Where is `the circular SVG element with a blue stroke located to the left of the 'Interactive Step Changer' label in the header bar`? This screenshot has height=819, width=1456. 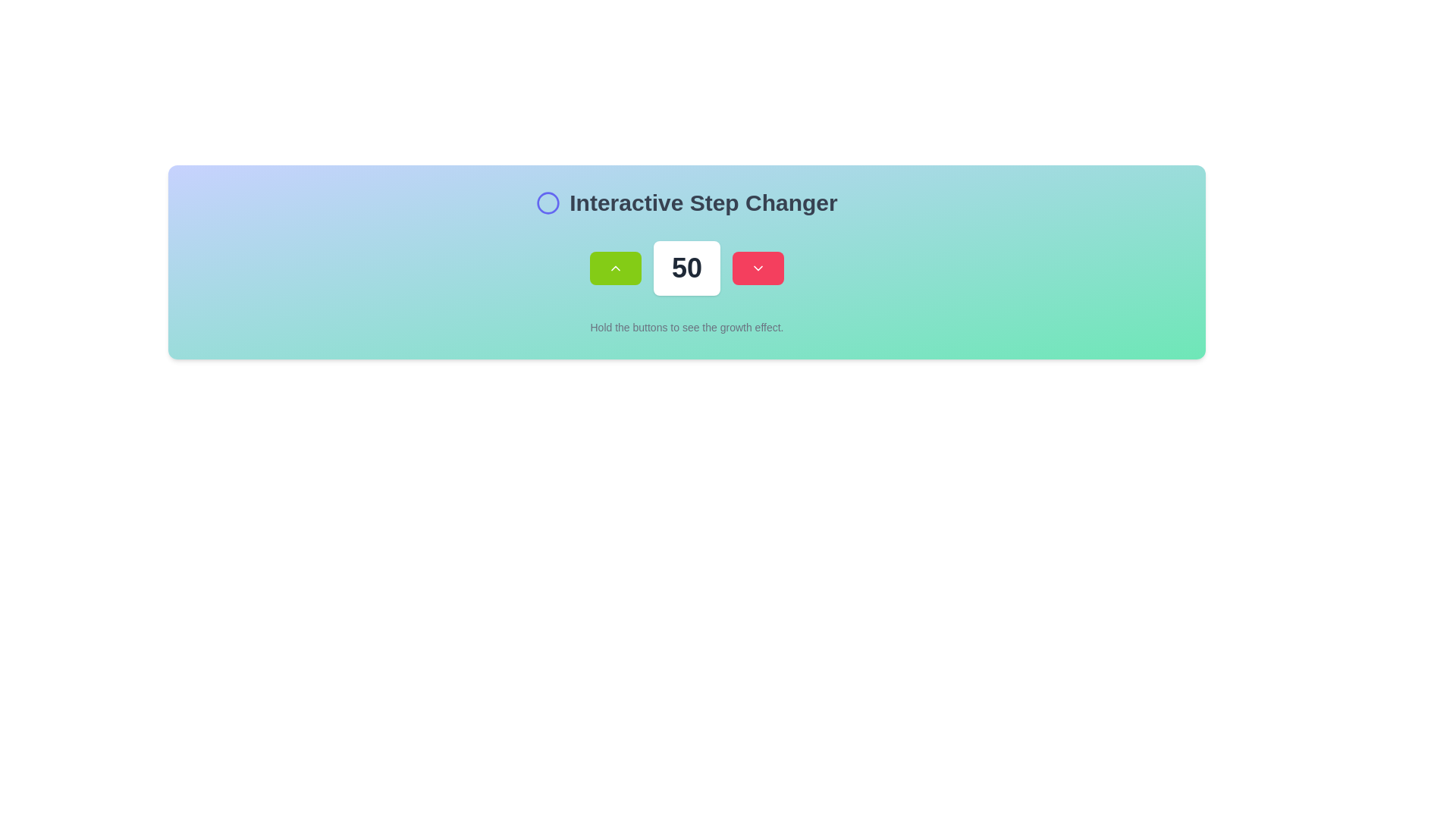 the circular SVG element with a blue stroke located to the left of the 'Interactive Step Changer' label in the header bar is located at coordinates (548, 202).